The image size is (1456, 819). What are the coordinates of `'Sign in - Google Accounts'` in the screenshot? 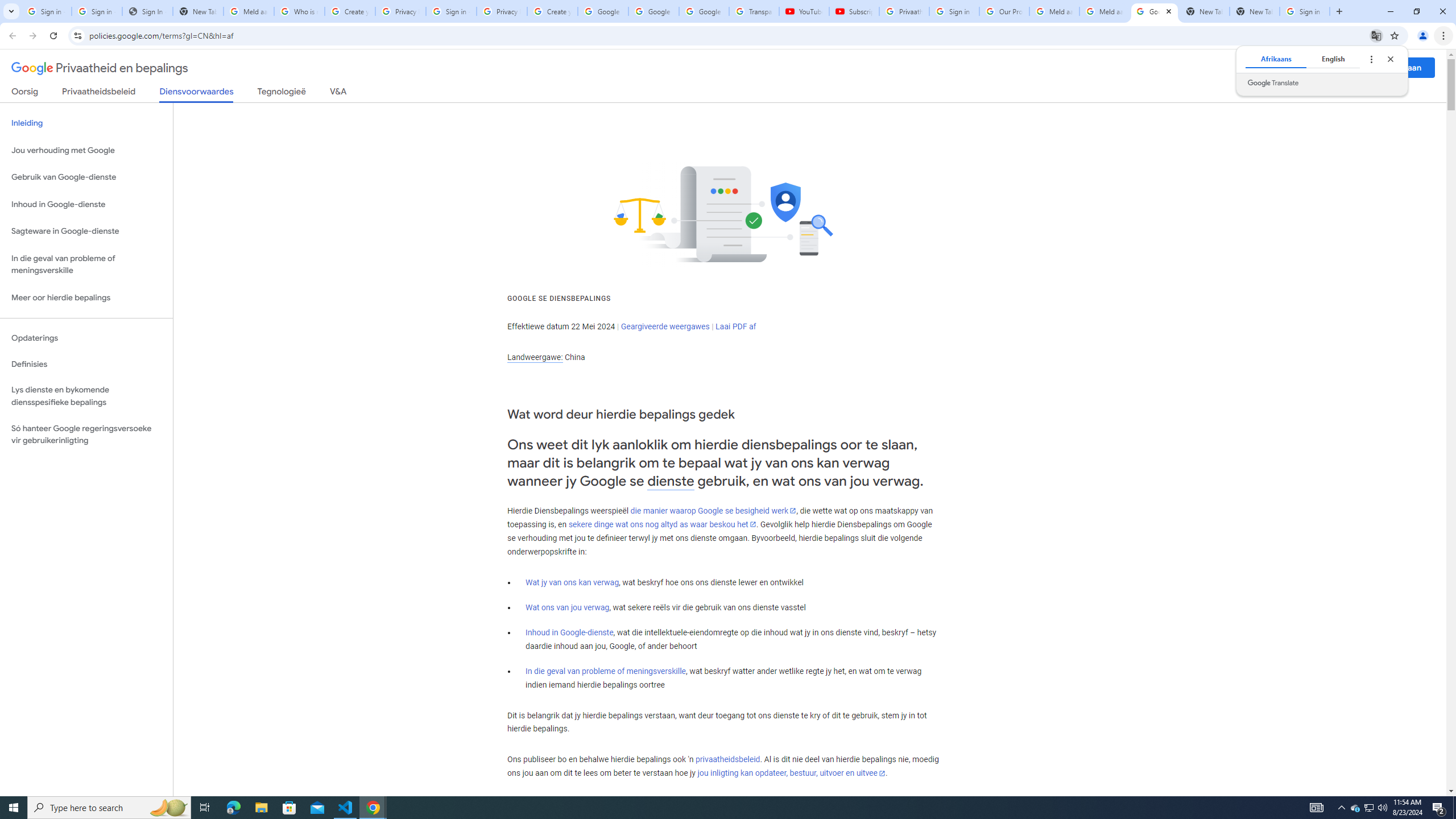 It's located at (954, 11).